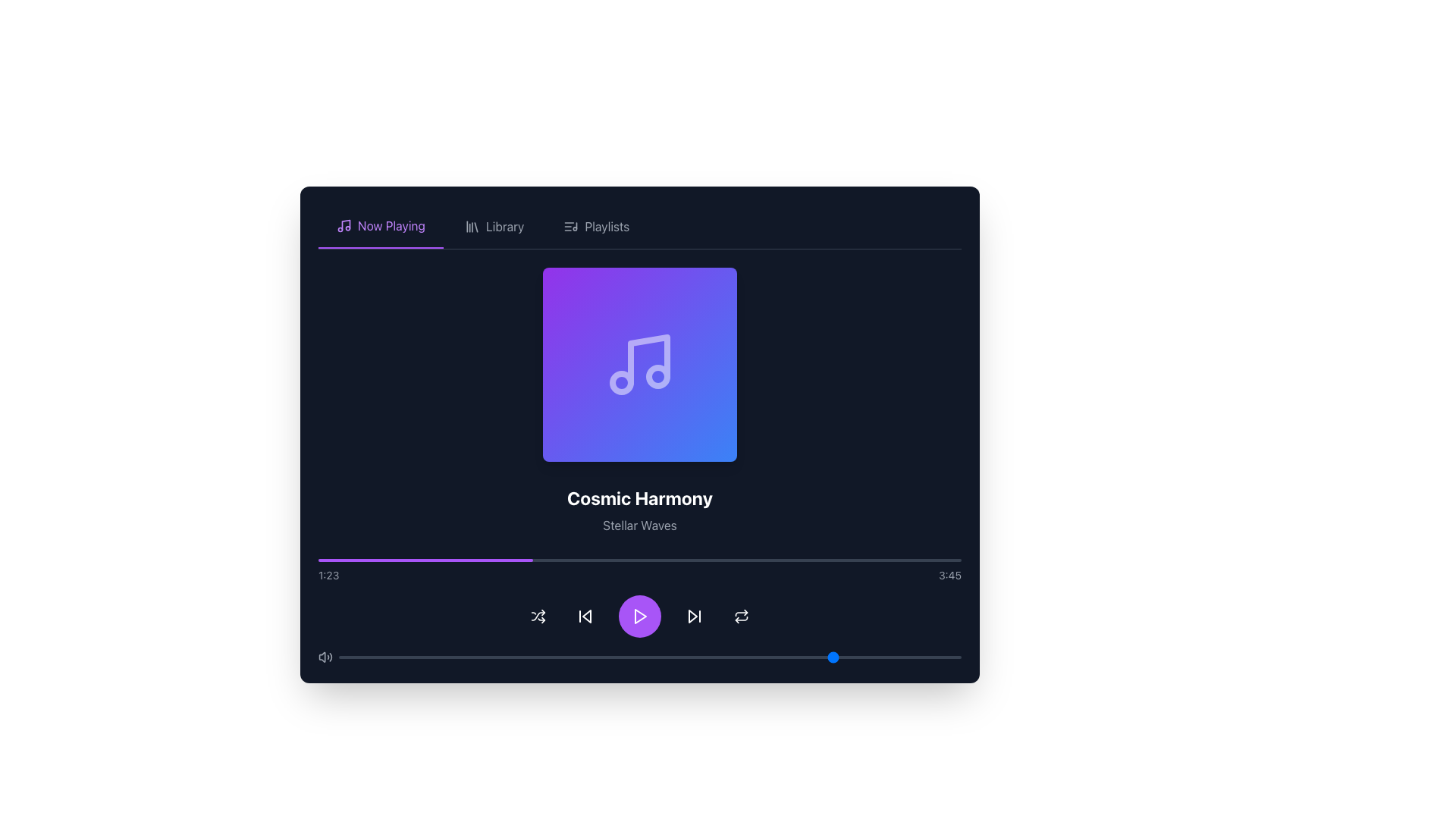  I want to click on the 'next track' button located in the bottom center of the interface, which is the fourth control from the left in the horizontal control bar, to skip to the next track, so click(694, 617).